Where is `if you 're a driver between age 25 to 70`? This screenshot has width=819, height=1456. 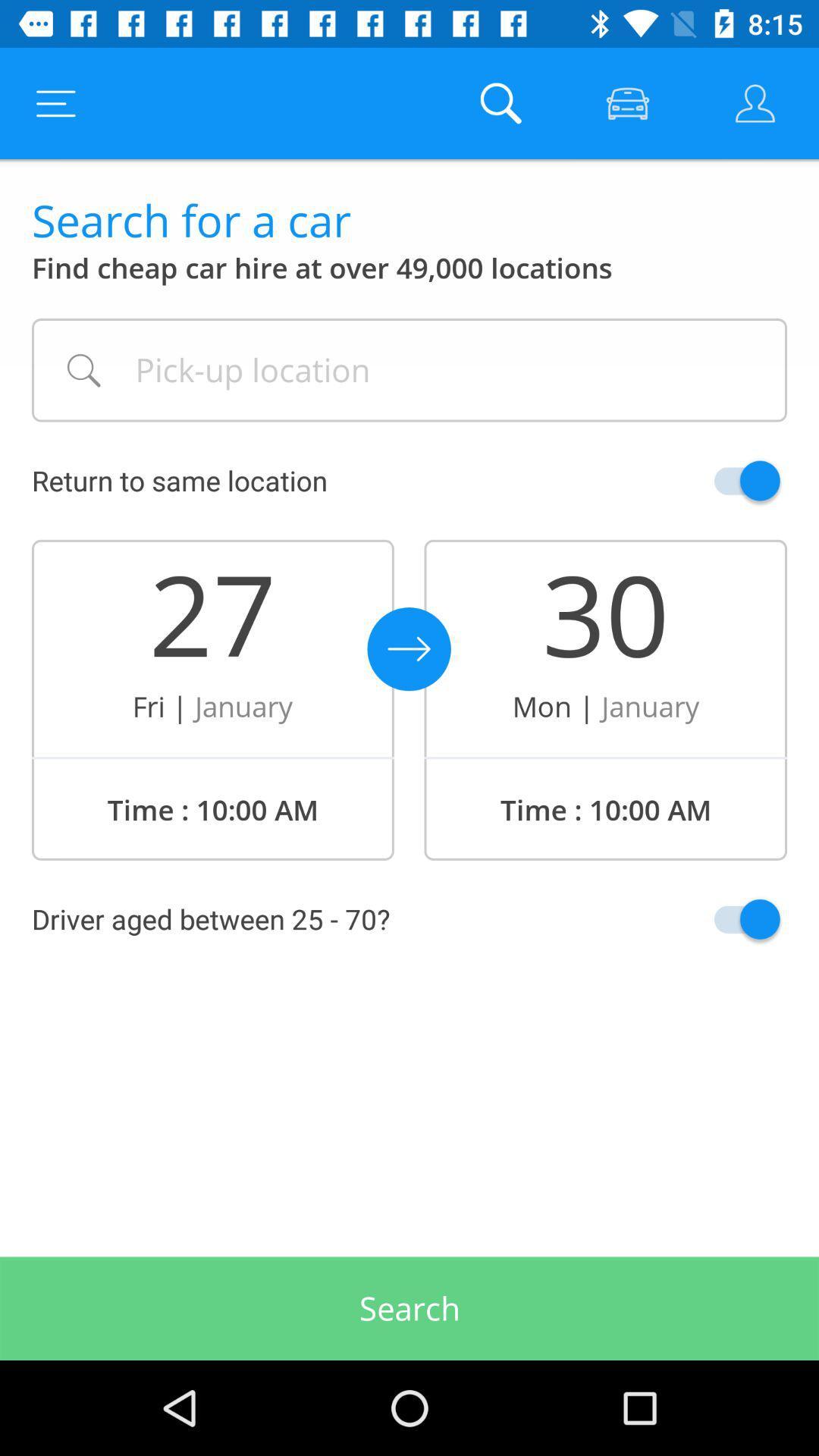 if you 're a driver between age 25 to 70 is located at coordinates (711, 918).